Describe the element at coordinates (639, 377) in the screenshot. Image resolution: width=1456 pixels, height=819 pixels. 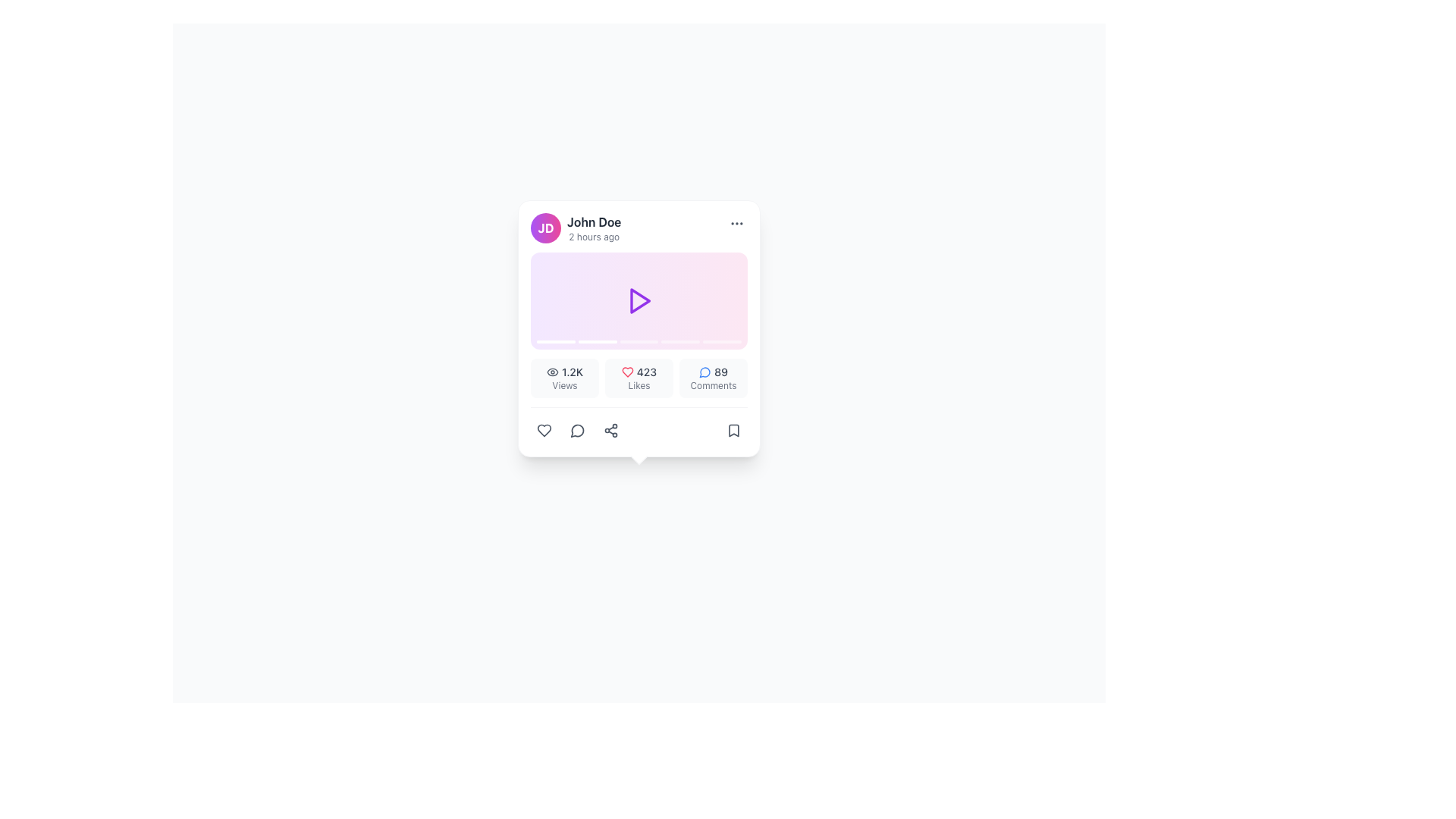
I see `the middle section of the Statistical display unit that shows 'Likes' for accessibility features` at that location.